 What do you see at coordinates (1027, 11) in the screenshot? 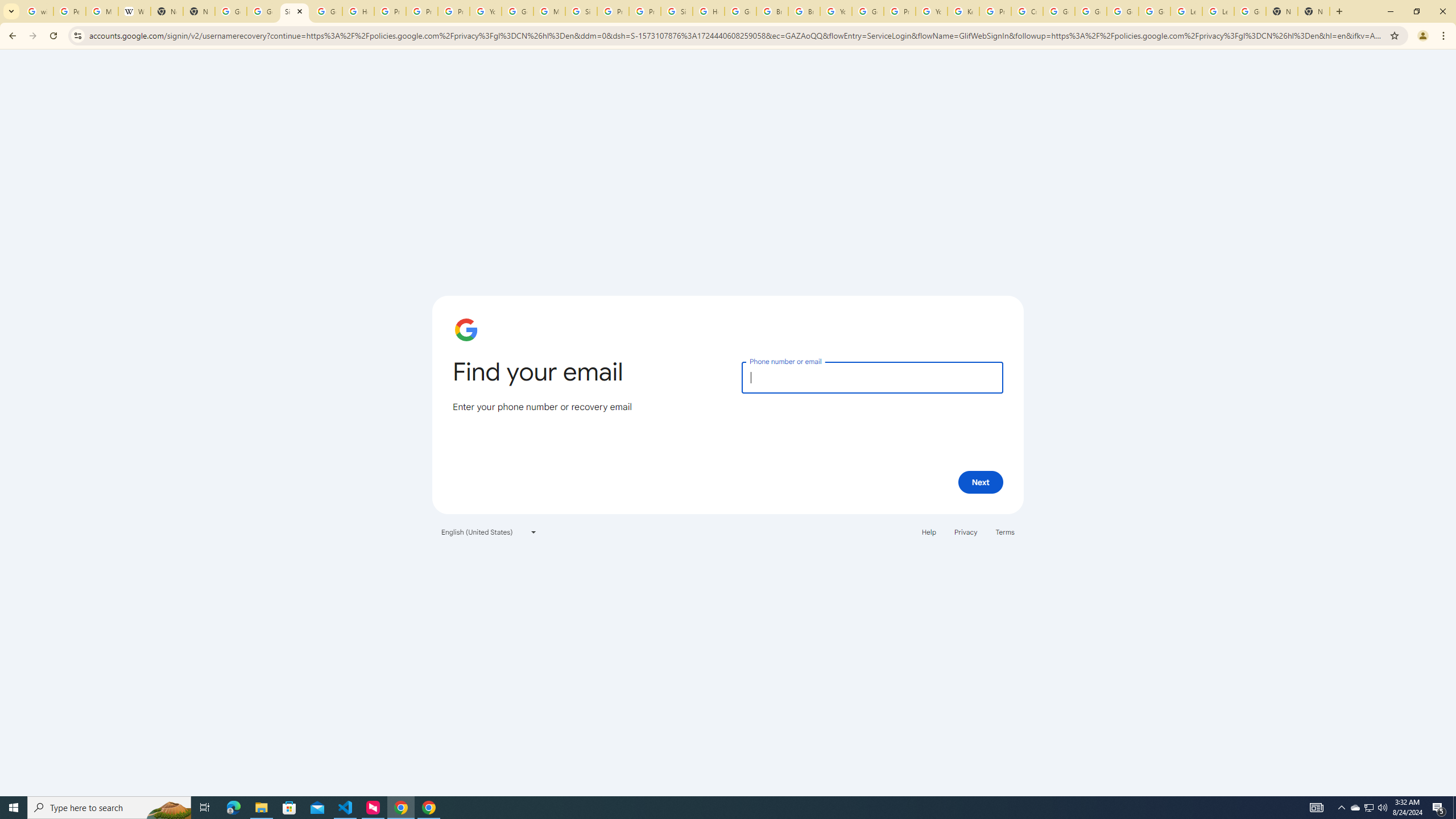
I see `'Create your Google Account'` at bounding box center [1027, 11].